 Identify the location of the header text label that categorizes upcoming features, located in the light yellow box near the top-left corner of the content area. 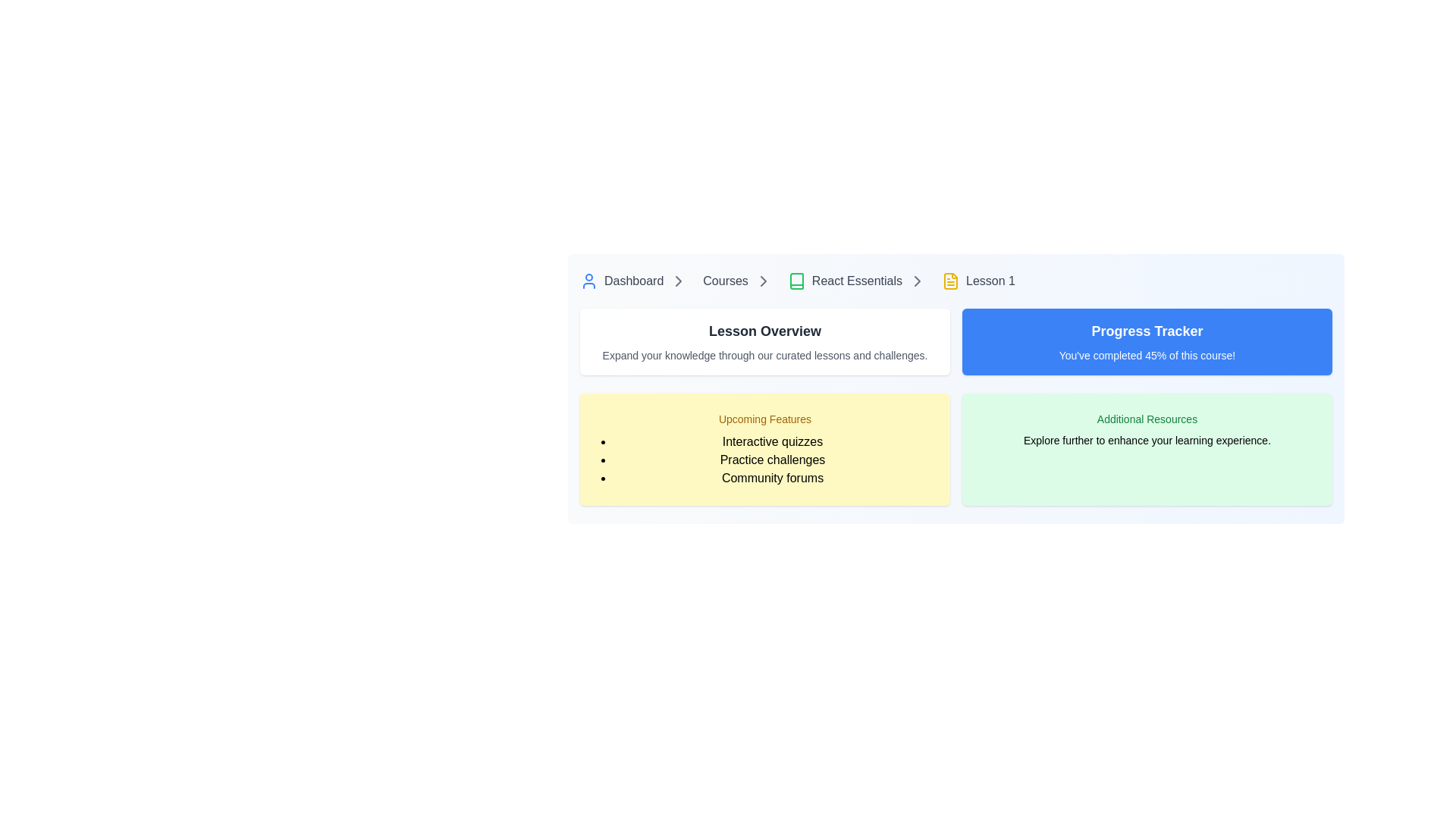
(764, 419).